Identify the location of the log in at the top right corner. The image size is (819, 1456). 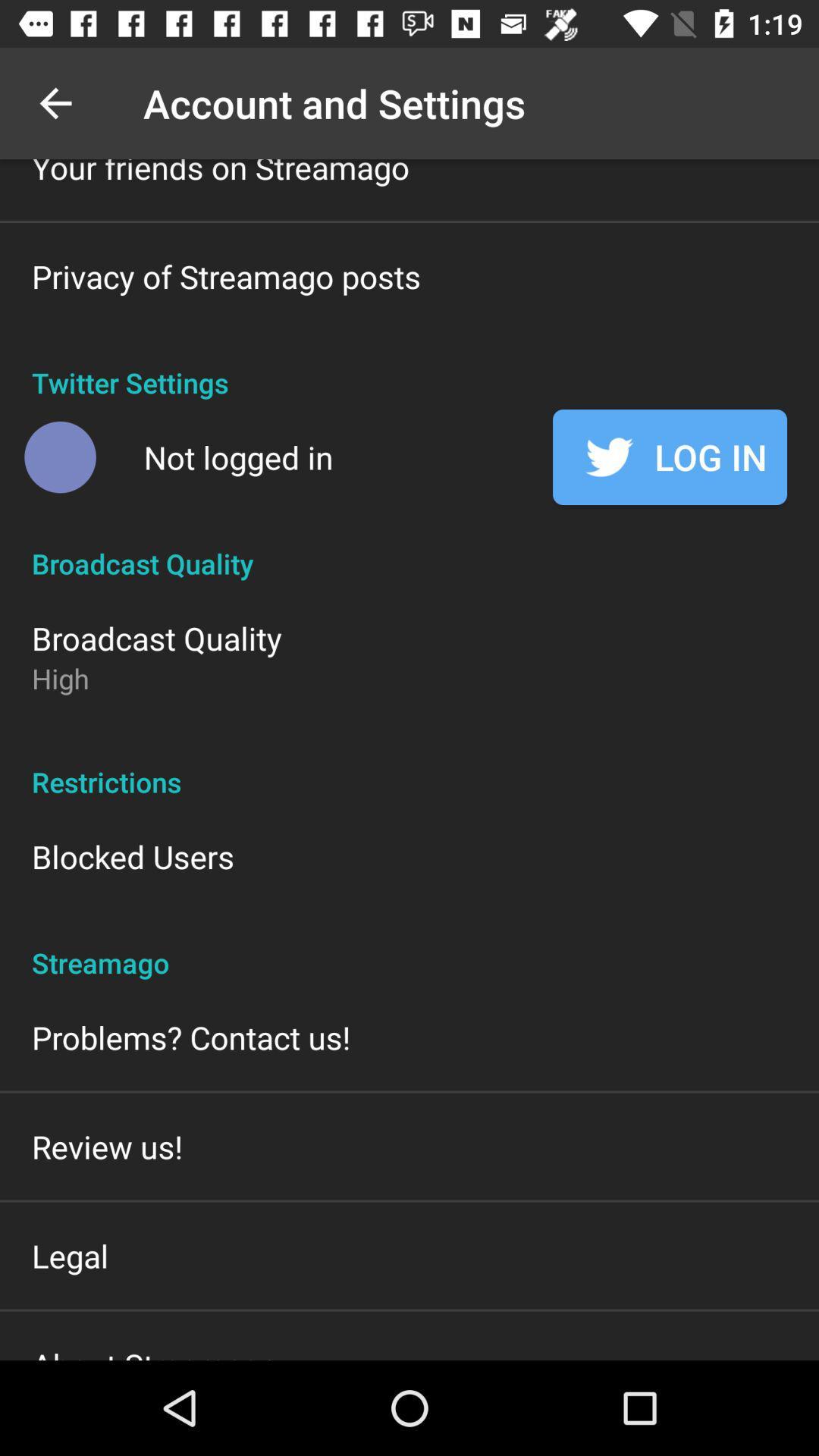
(669, 457).